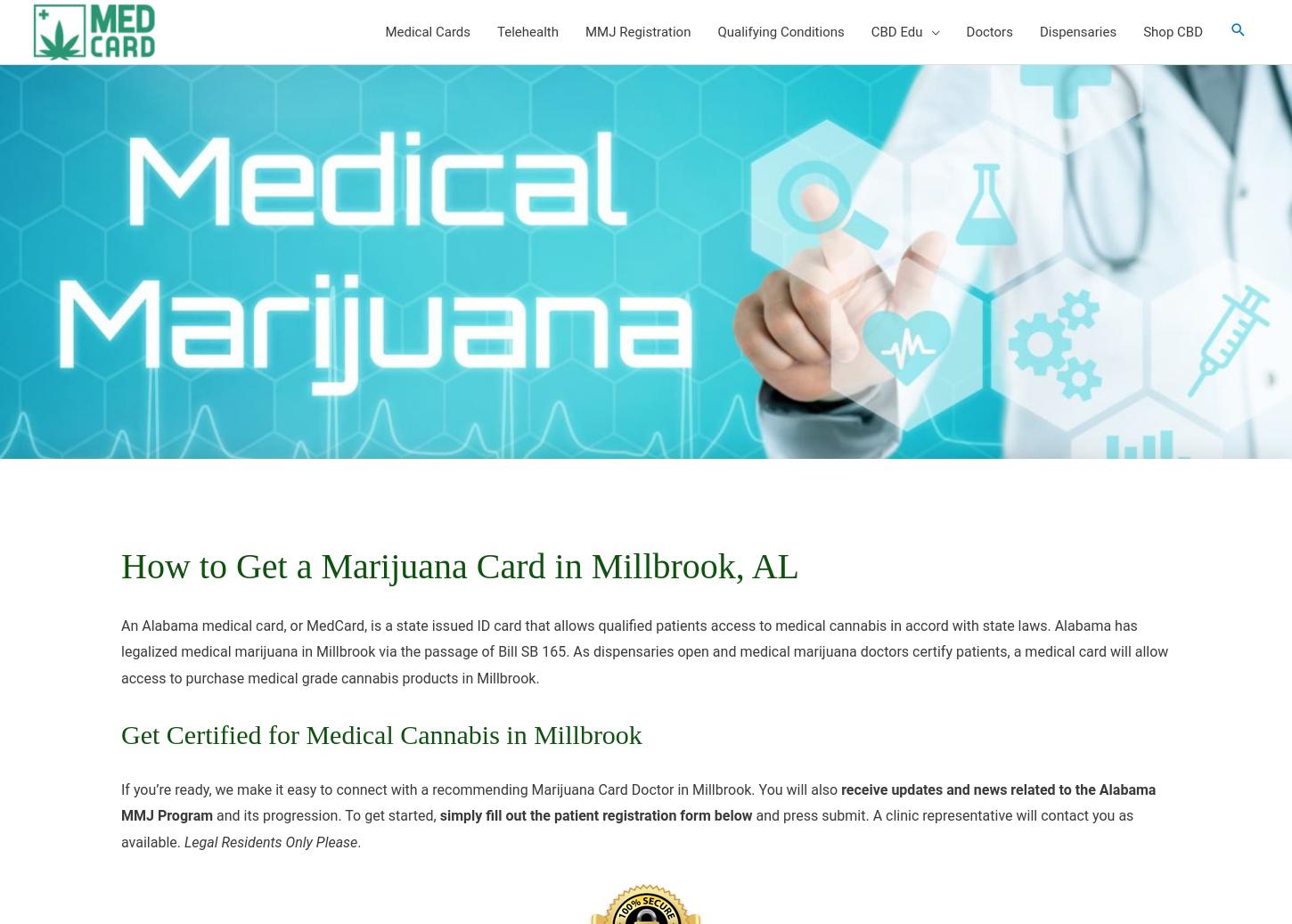 The image size is (1292, 924). Describe the element at coordinates (594, 815) in the screenshot. I see `'simply fill out the patient registration form below'` at that location.